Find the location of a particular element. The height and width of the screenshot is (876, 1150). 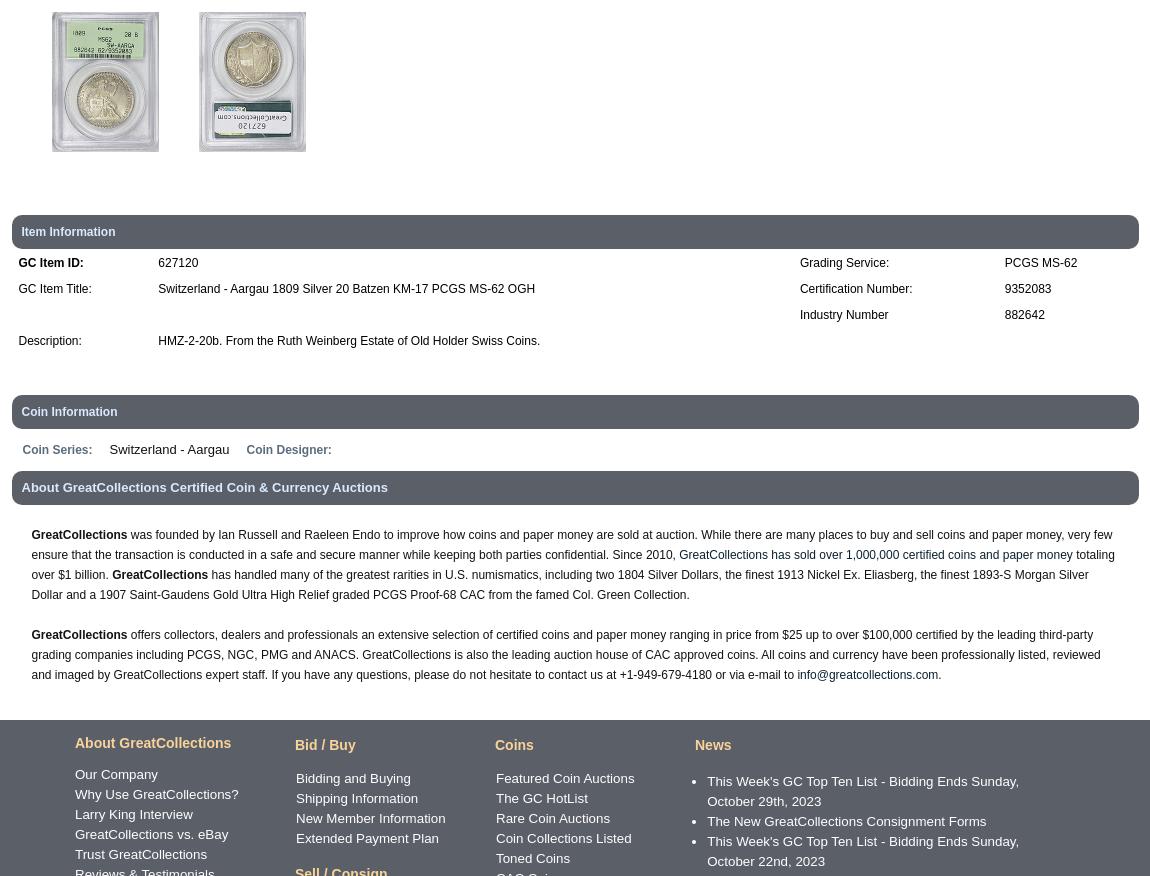

'Item Information' is located at coordinates (66, 230).